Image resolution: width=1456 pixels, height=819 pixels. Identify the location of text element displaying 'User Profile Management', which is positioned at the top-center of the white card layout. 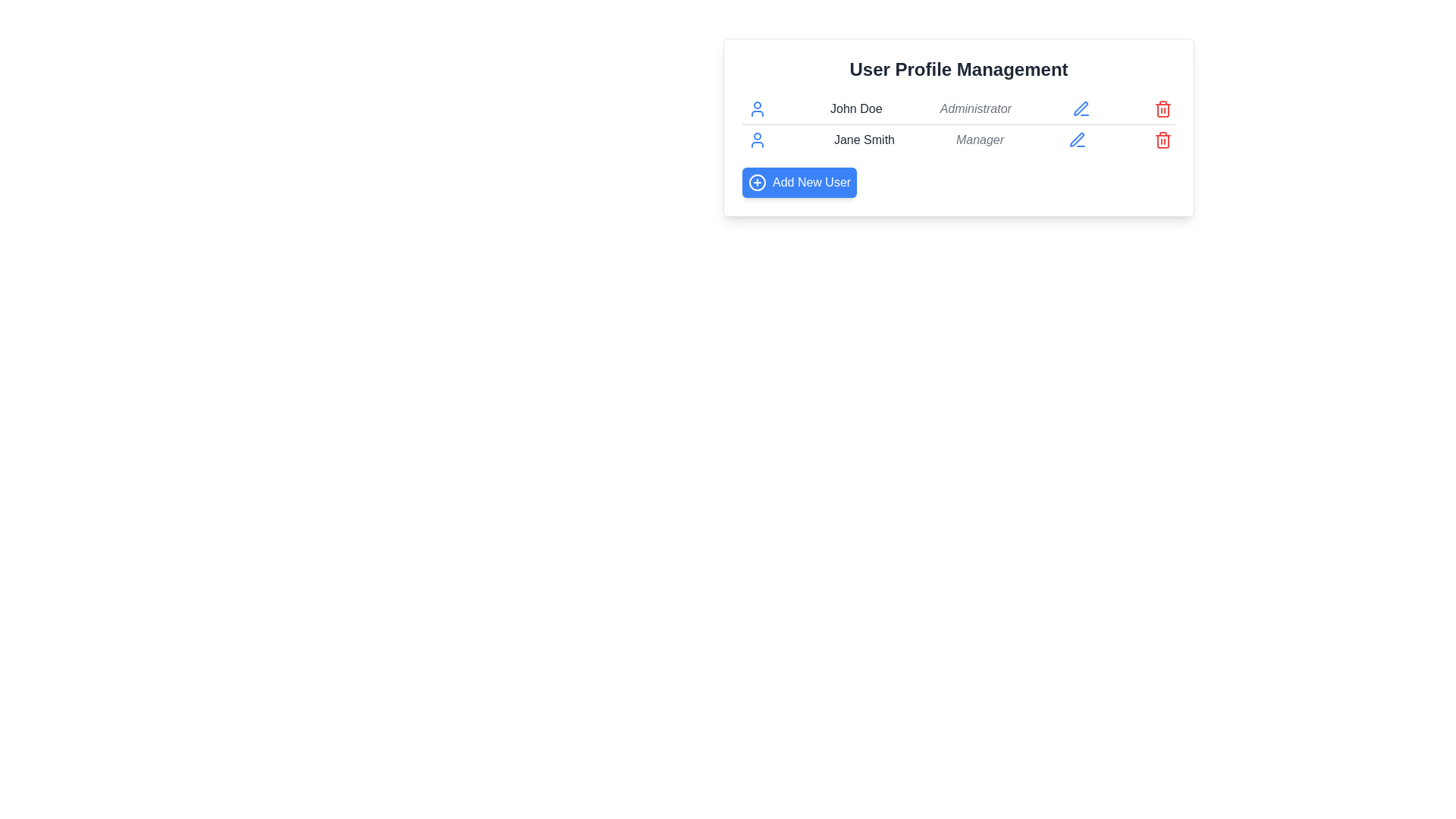
(958, 70).